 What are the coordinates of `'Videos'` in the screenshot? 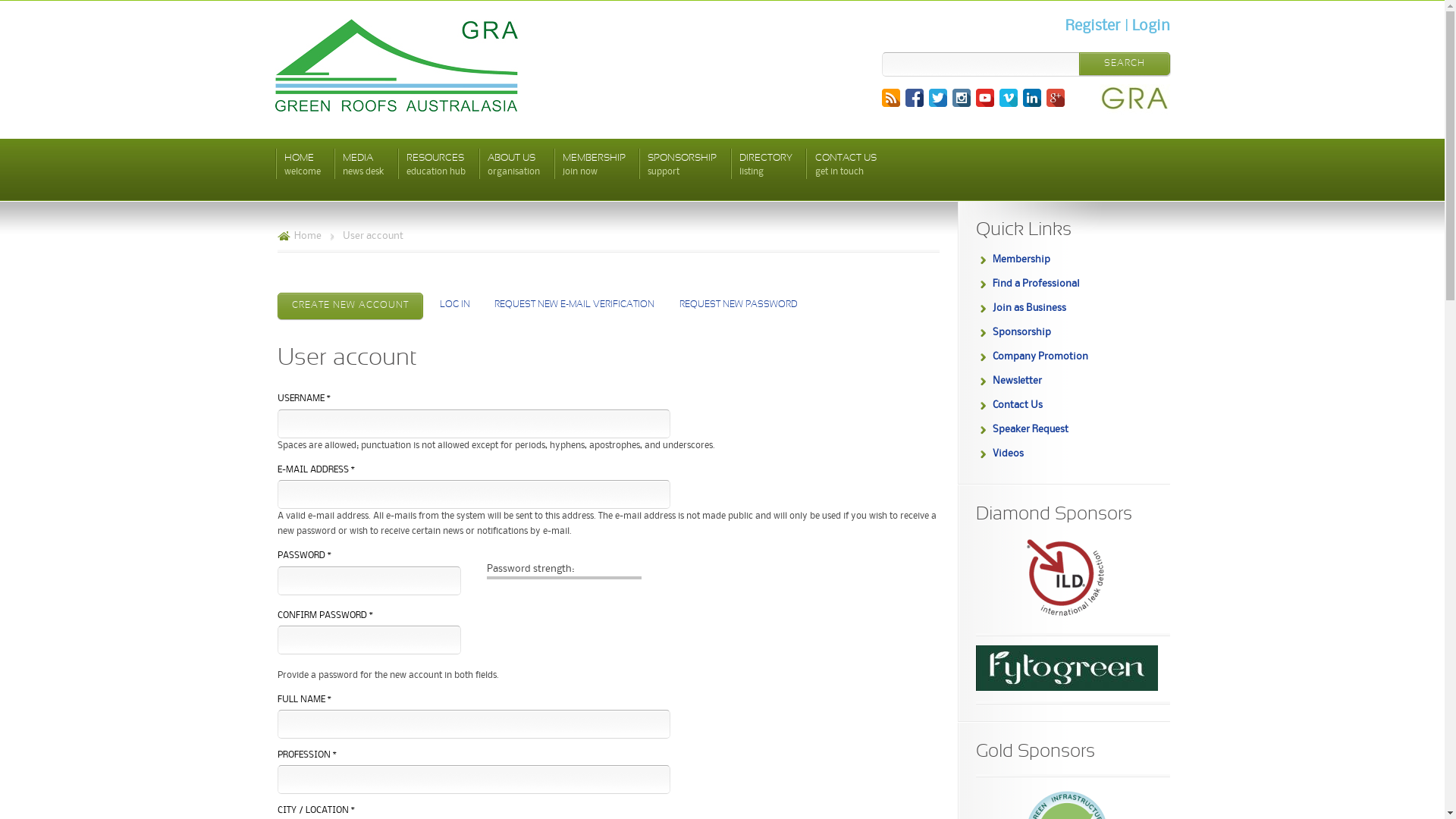 It's located at (1007, 452).